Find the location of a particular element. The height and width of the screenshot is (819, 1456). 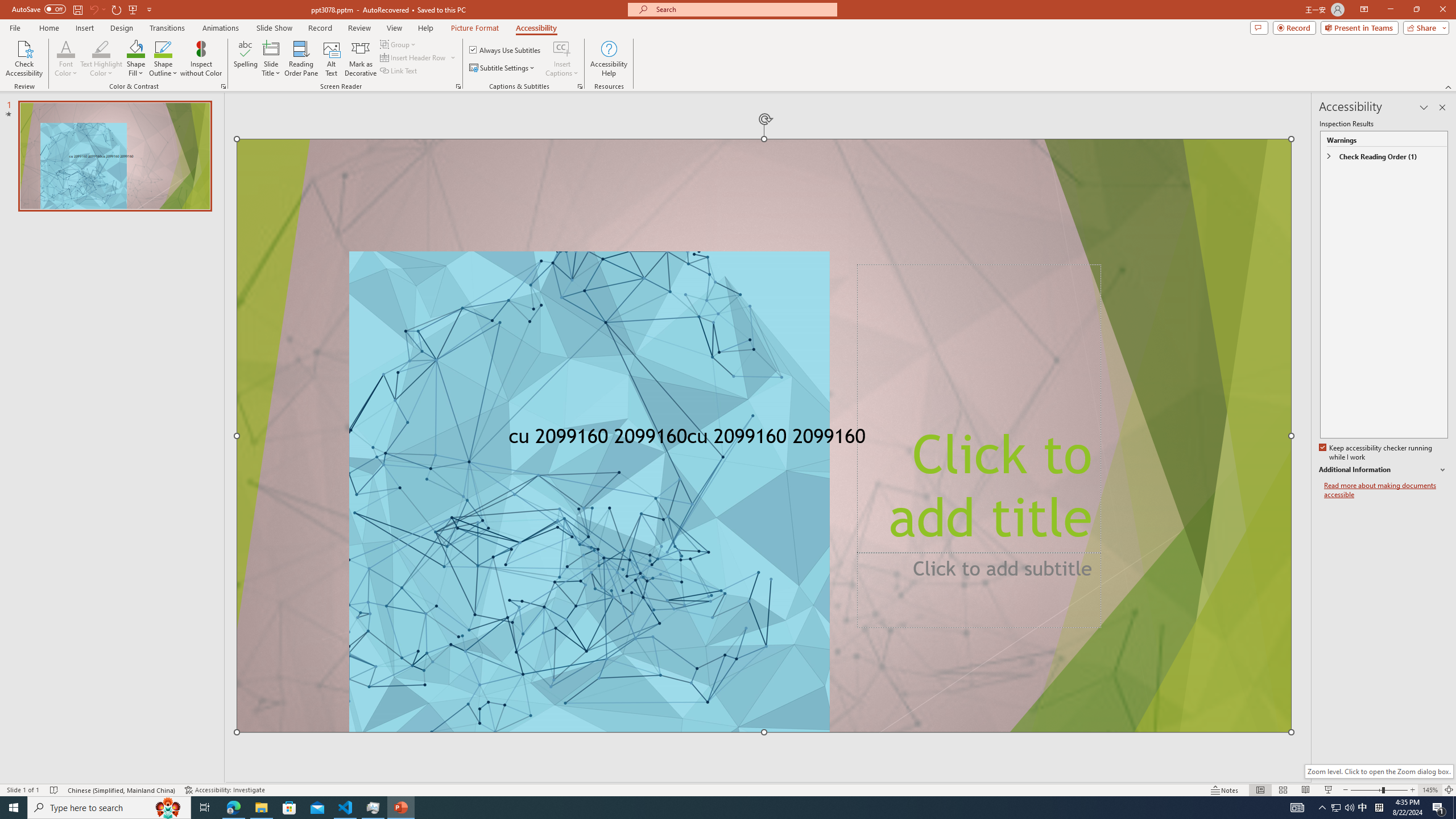

'Slide Title' is located at coordinates (271, 59).